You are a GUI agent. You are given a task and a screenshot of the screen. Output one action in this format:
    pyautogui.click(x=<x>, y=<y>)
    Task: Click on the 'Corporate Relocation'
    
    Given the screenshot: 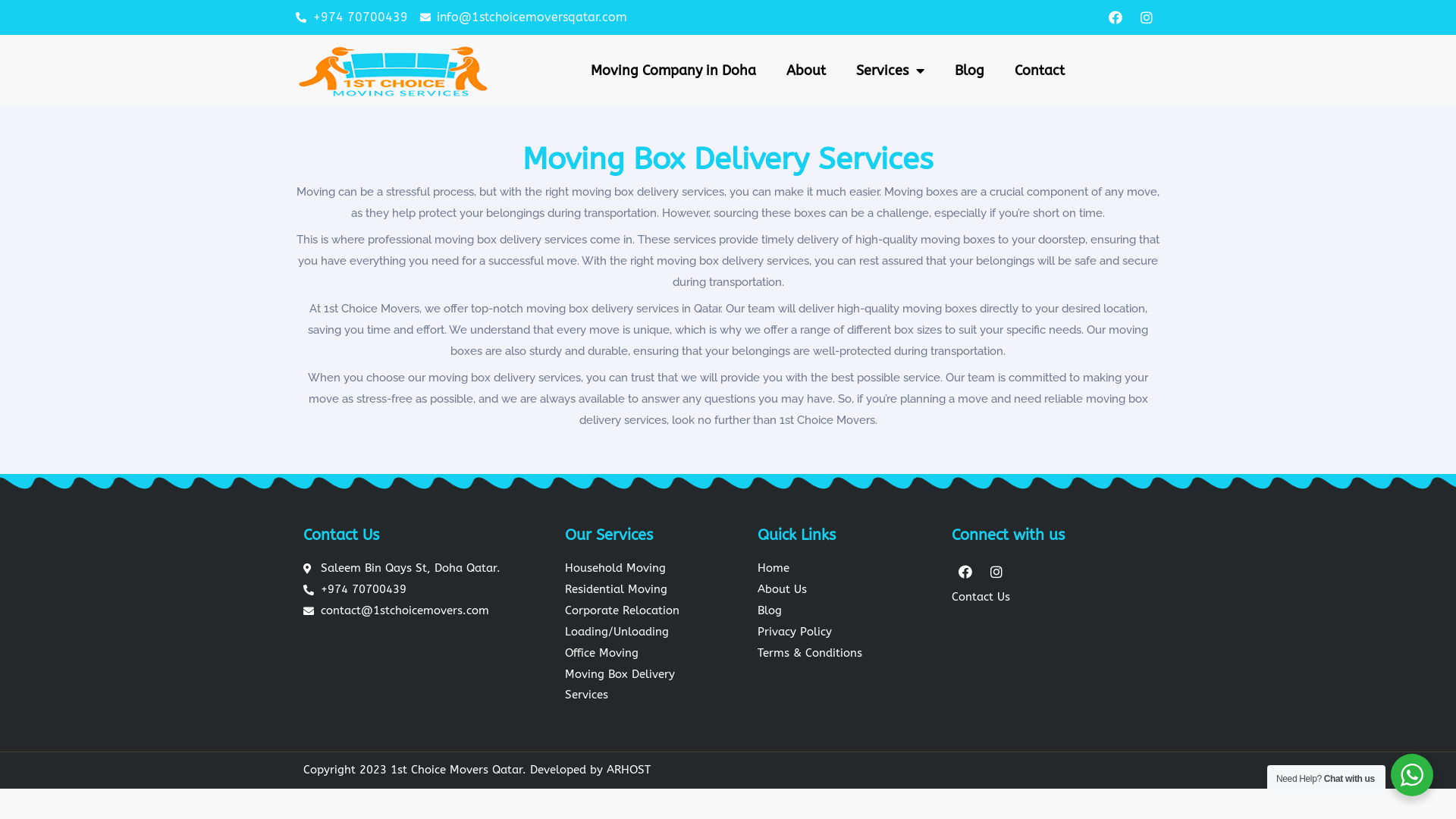 What is the action you would take?
    pyautogui.click(x=642, y=610)
    